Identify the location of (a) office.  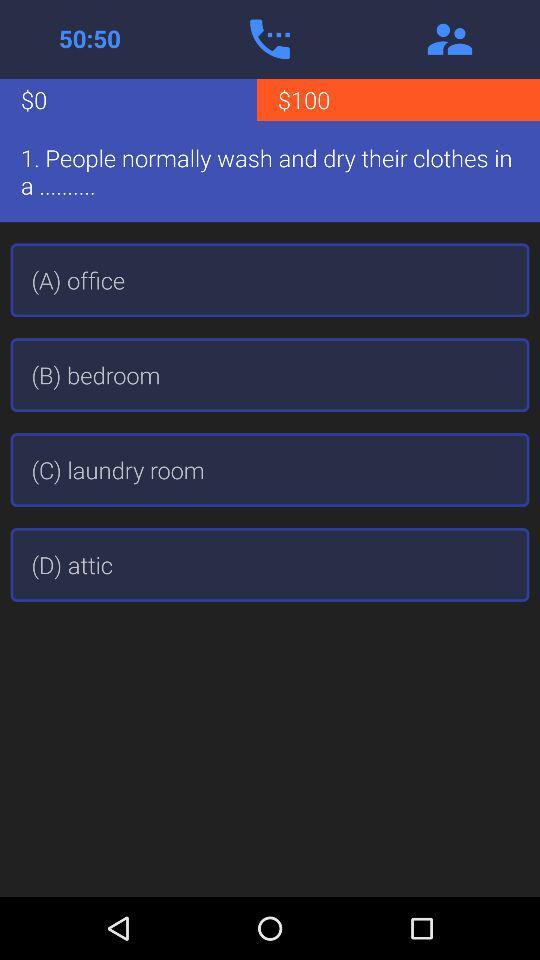
(270, 279).